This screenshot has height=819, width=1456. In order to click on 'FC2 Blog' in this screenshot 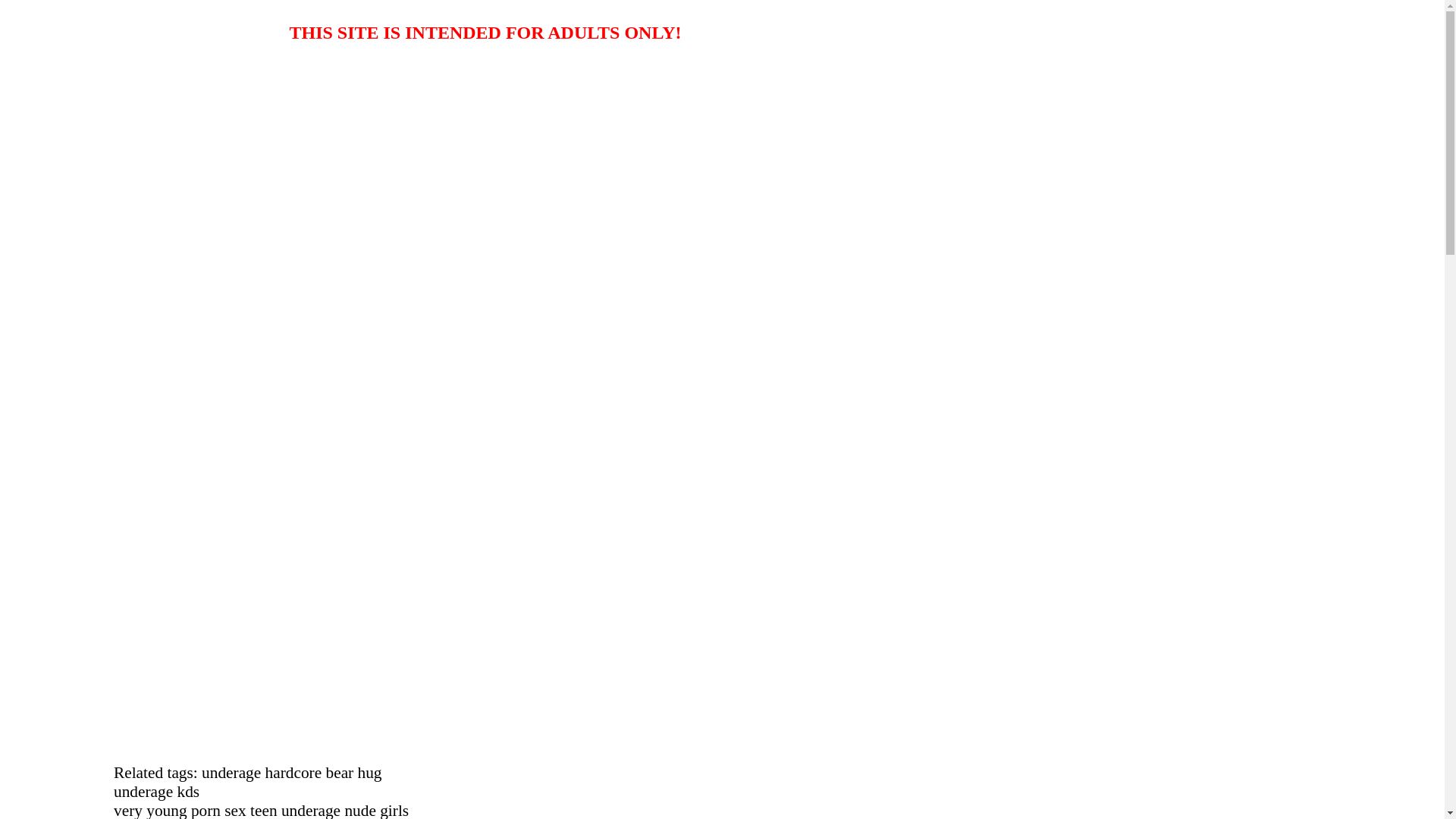, I will do `click(89, 785)`.